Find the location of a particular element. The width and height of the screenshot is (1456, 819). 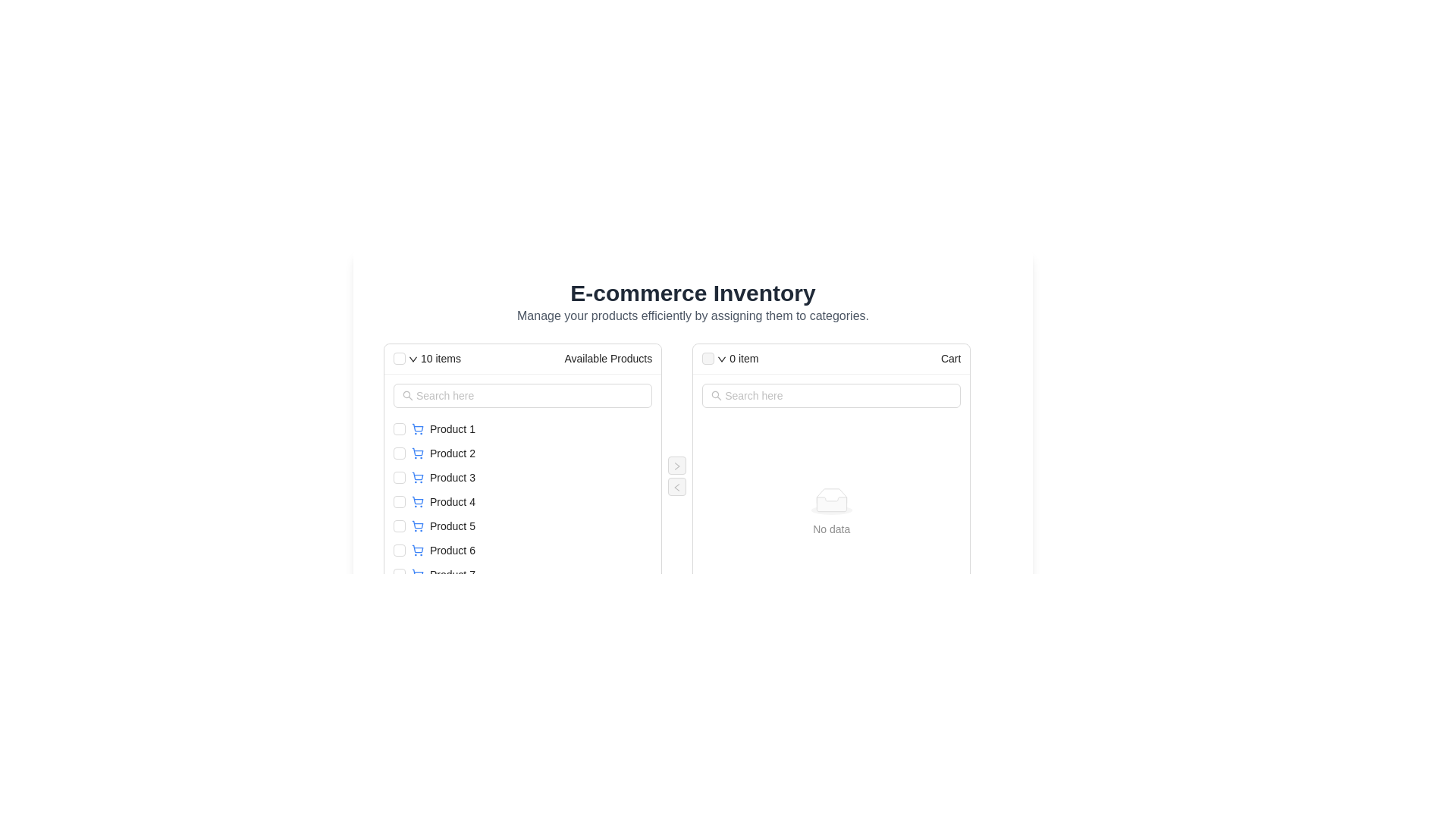

the magnifying glass icon representing the search feature located within the search bar area in the 'Cart' section, positioned on the right side of the user interface is located at coordinates (716, 394).